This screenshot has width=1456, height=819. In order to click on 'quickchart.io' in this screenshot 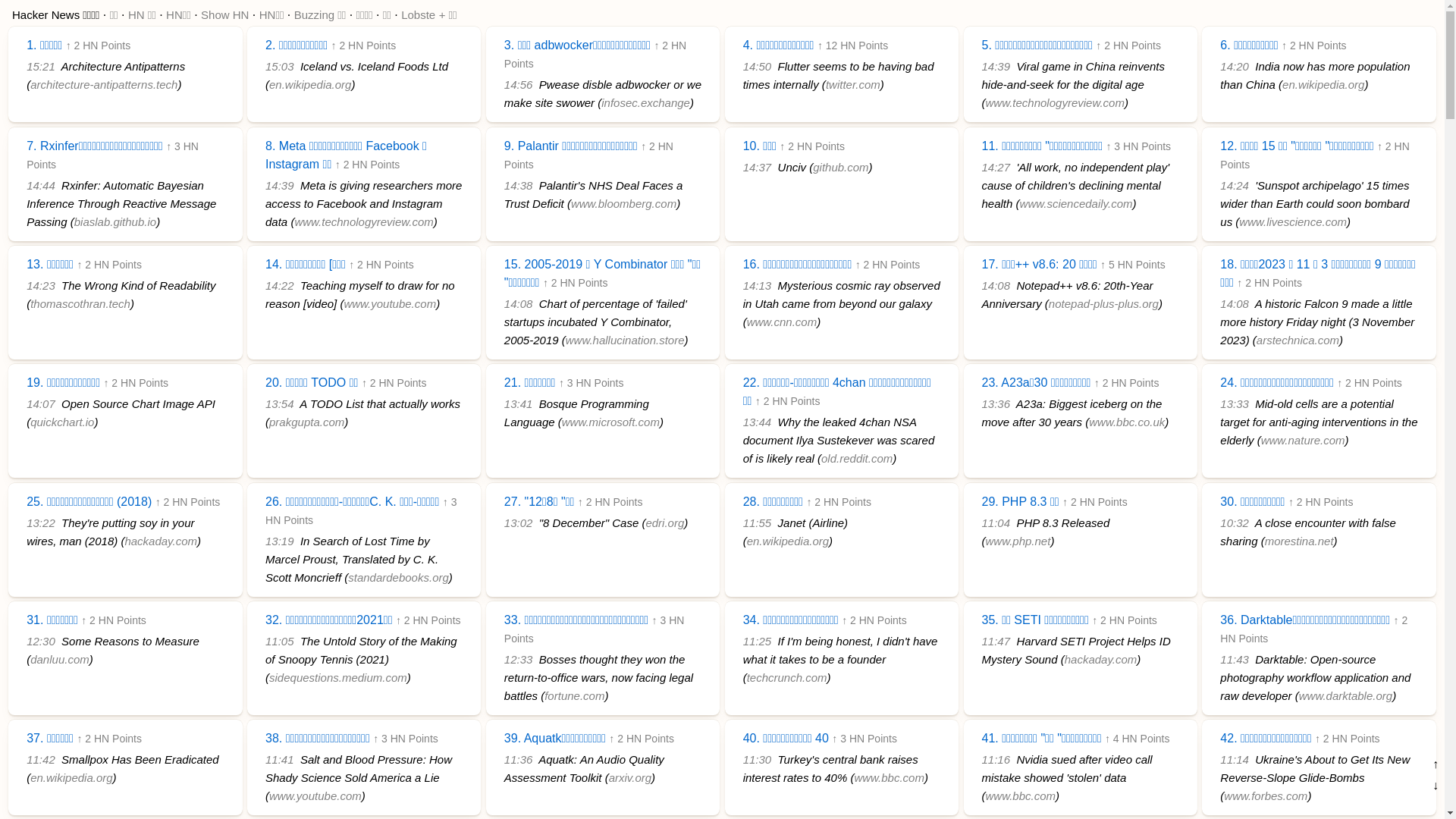, I will do `click(30, 422)`.